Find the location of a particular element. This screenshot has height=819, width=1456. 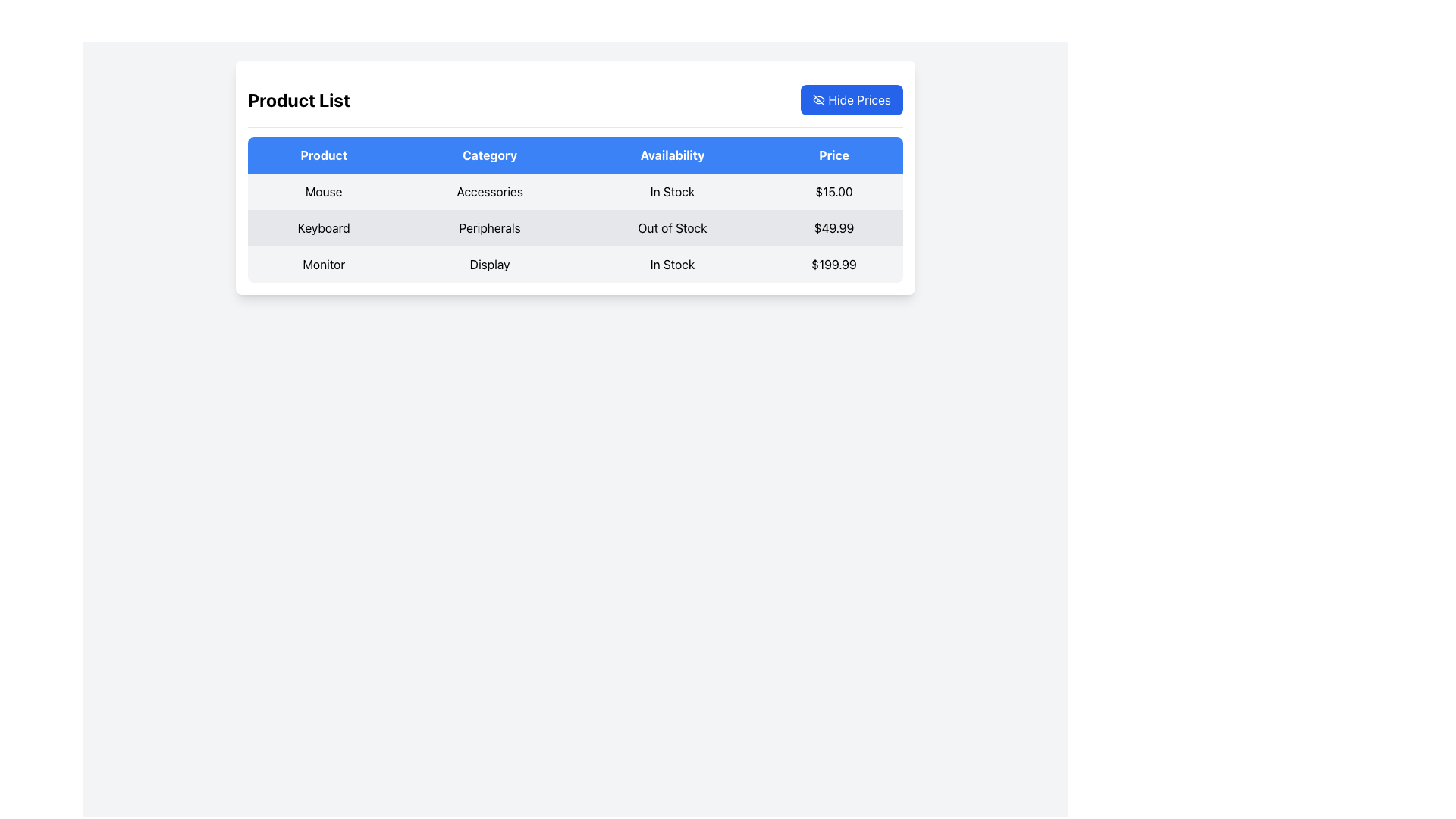

text content of the 'Peripherals' text block located in the 'Category' column of the table beneath the header row labeled 'Product, Category, Availability, Price' is located at coordinates (490, 227).